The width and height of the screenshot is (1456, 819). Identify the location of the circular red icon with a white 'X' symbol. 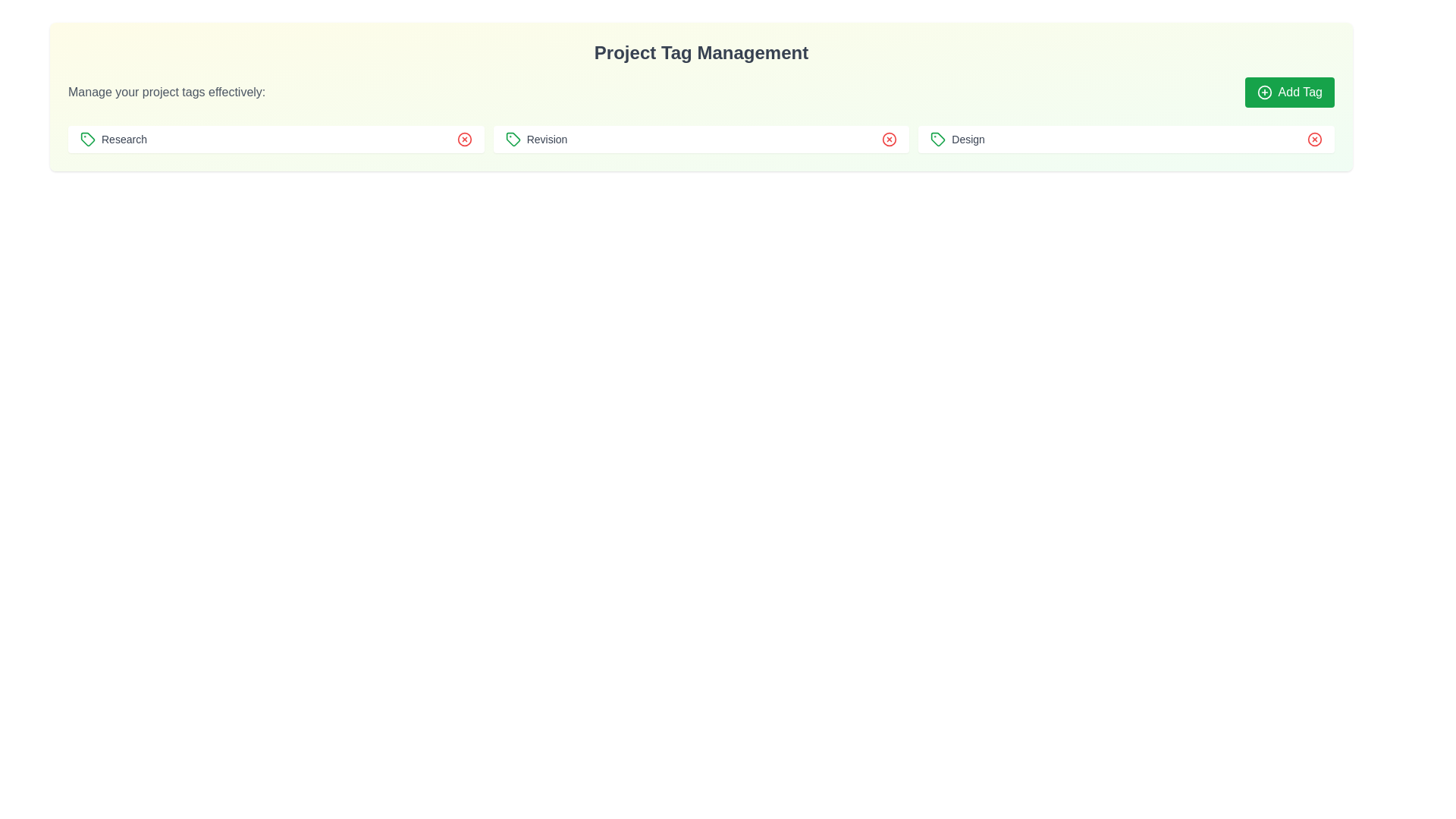
(1313, 140).